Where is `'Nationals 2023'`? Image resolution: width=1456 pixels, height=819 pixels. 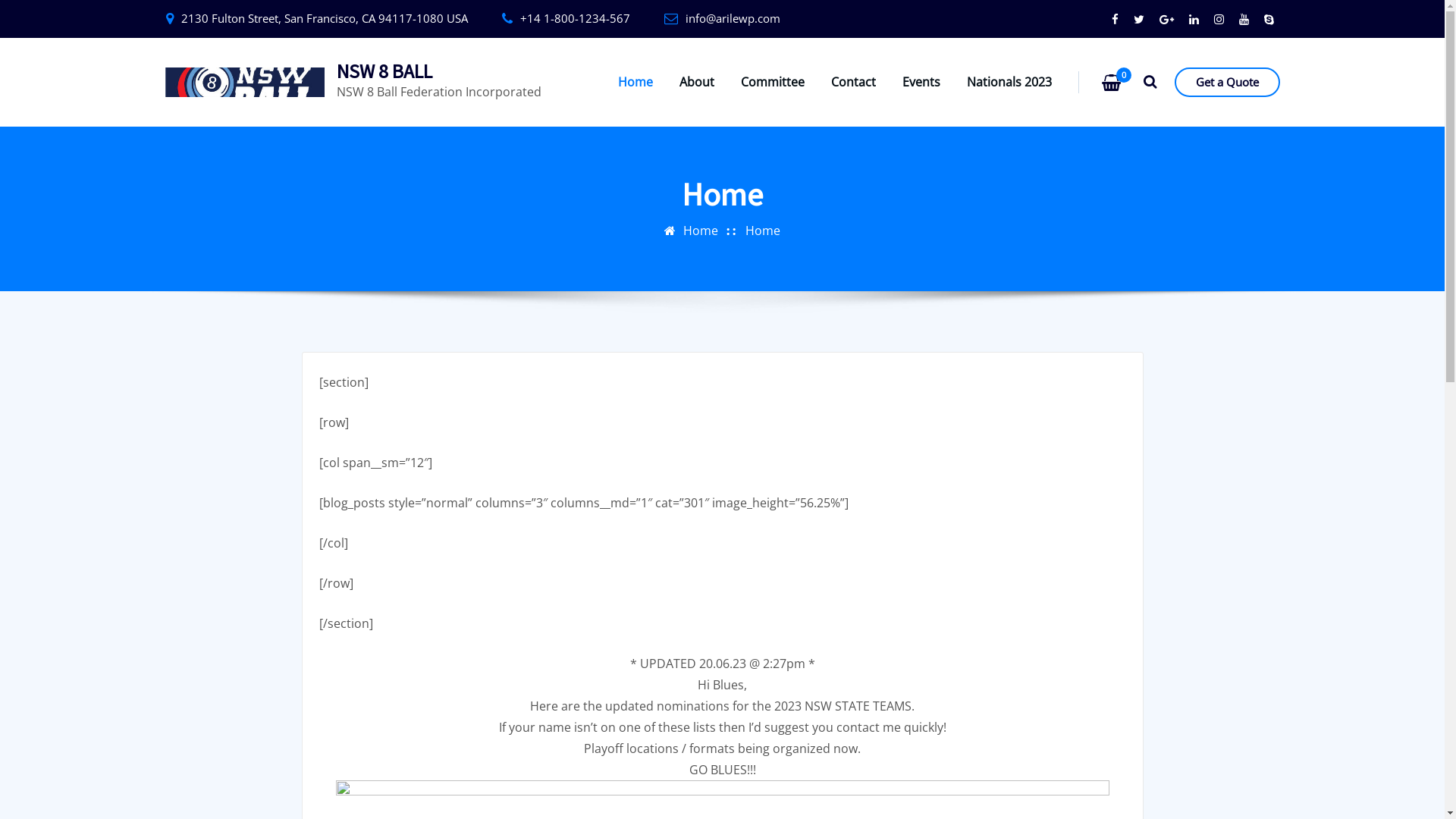 'Nationals 2023' is located at coordinates (1009, 82).